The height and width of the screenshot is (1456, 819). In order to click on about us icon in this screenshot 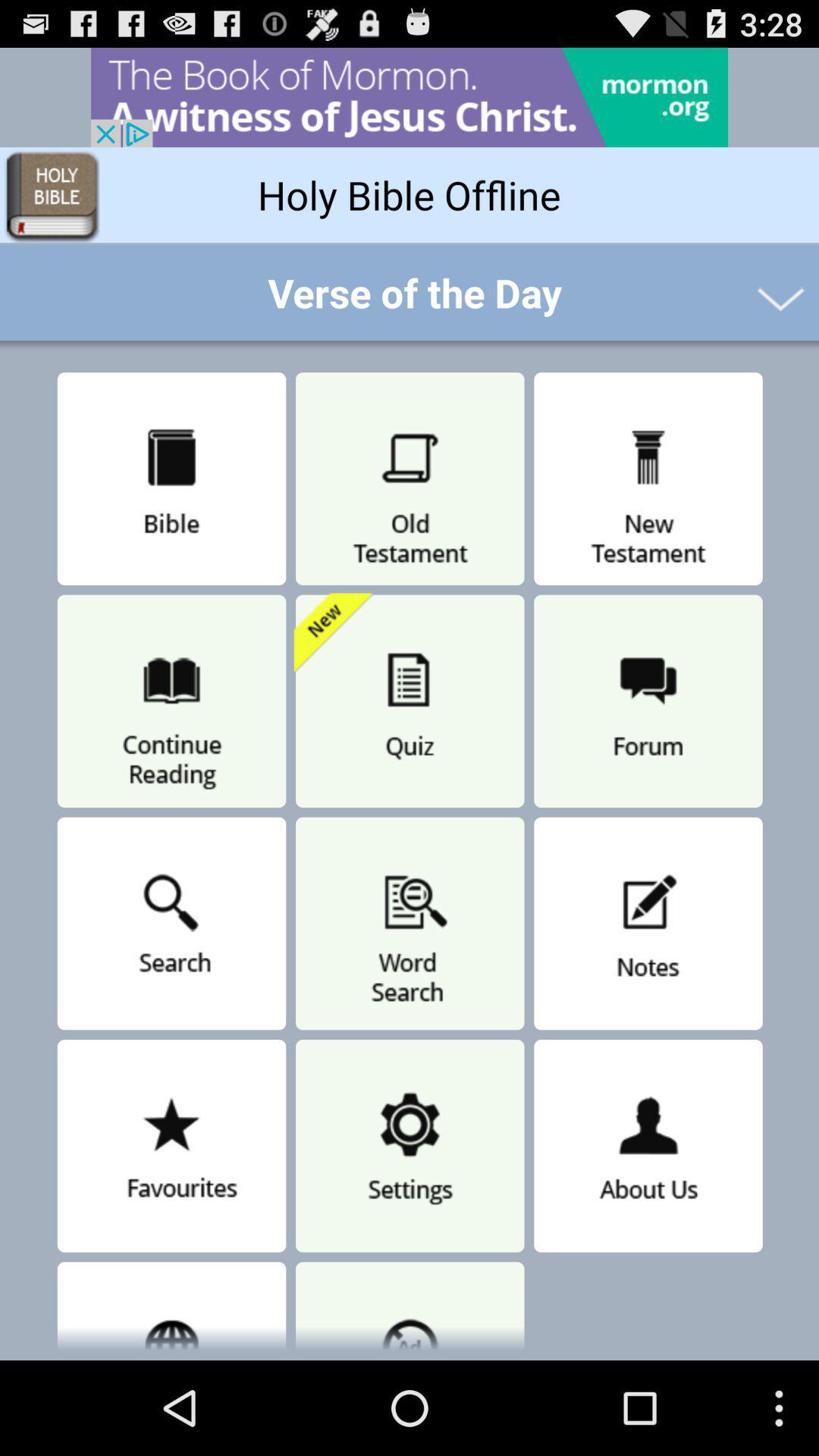, I will do `click(648, 1146)`.